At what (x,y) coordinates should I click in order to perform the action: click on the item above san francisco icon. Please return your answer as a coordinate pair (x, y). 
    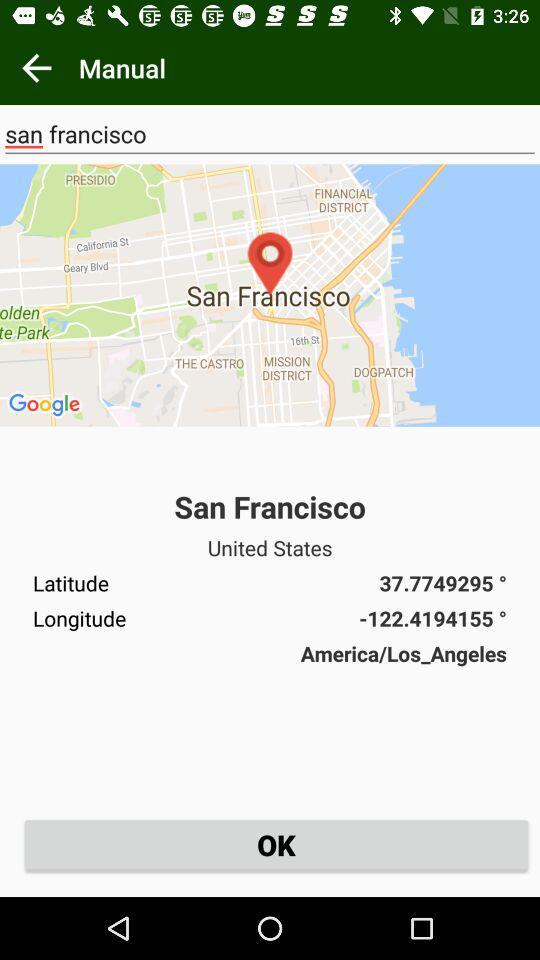
    Looking at the image, I should click on (36, 68).